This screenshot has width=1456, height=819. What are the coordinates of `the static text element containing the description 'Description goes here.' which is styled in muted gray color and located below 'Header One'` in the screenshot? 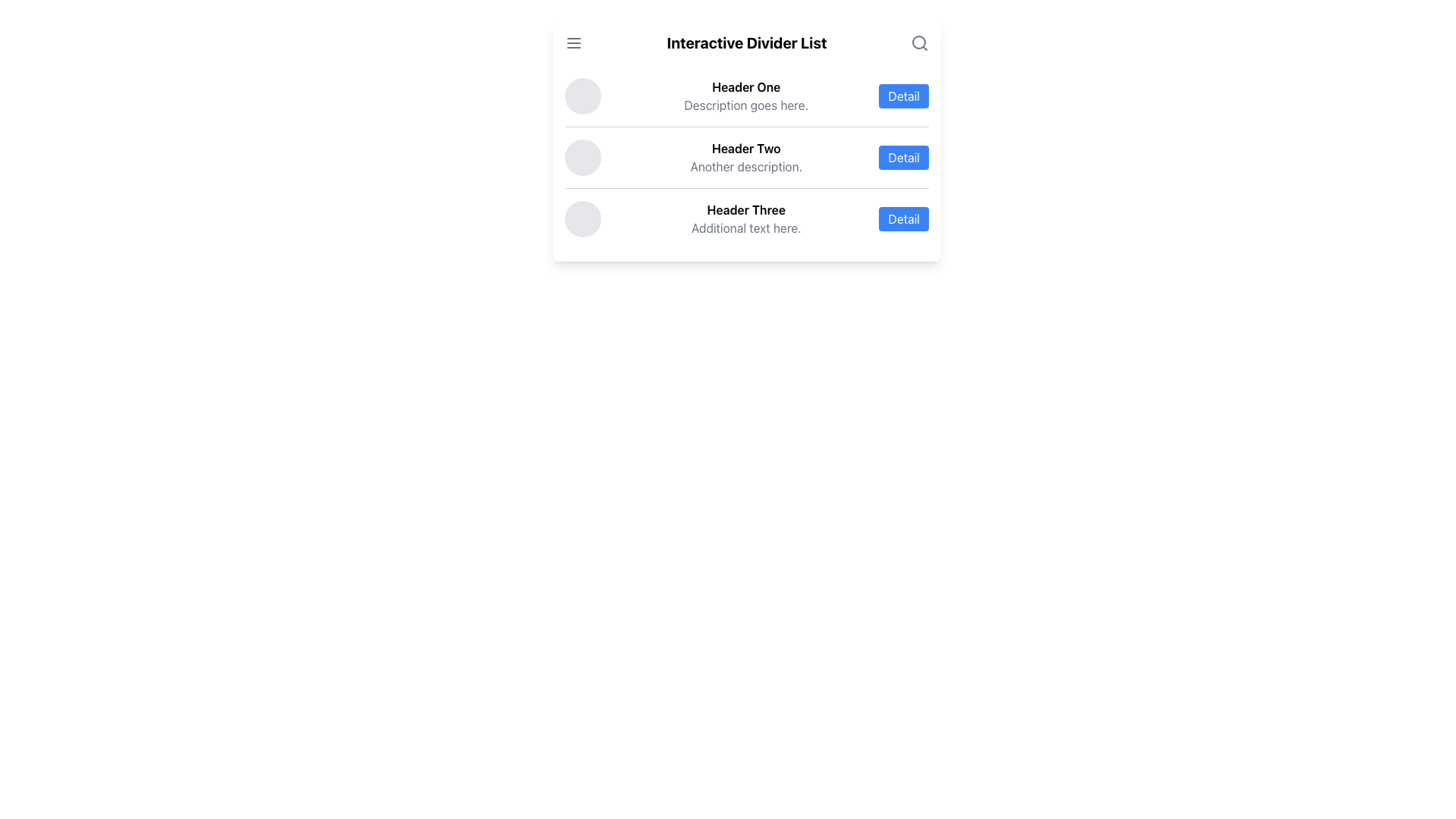 It's located at (746, 104).